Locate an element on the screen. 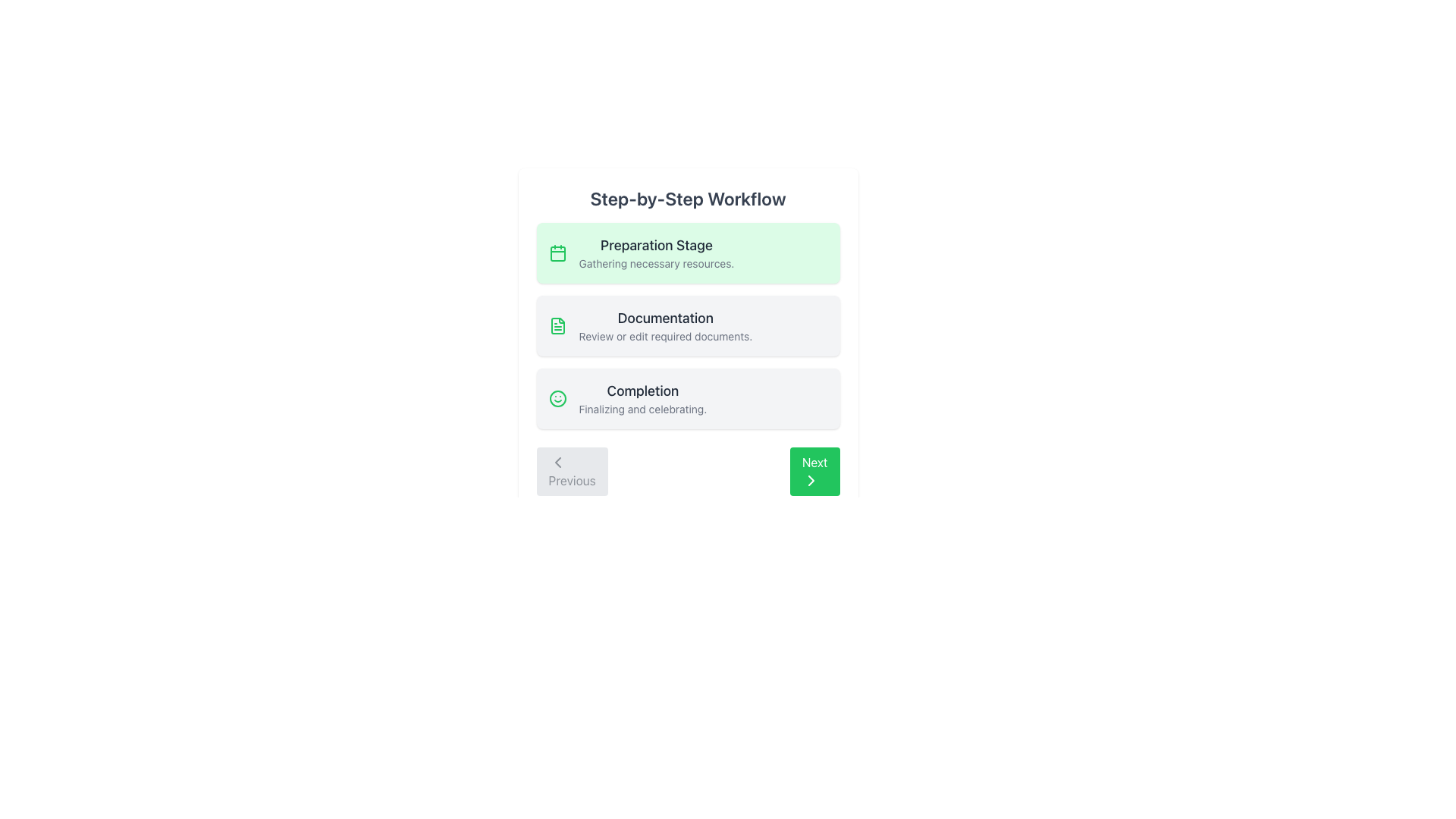  the document icon, which is a minimalist graphic representation with a folded top-left corner, centrally located within a larger file icon is located at coordinates (557, 325).